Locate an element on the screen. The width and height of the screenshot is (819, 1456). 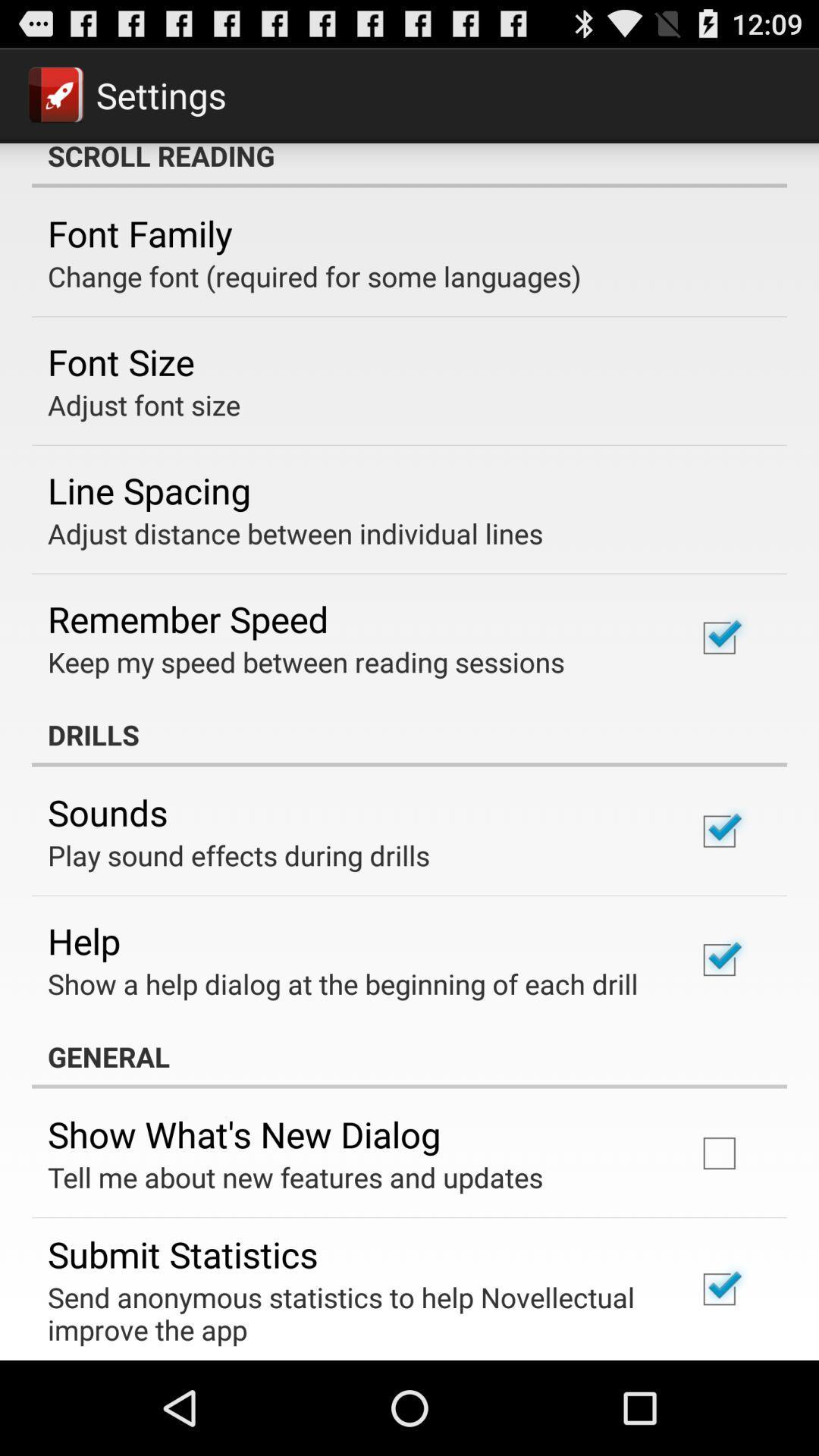
submit statistics is located at coordinates (182, 1254).